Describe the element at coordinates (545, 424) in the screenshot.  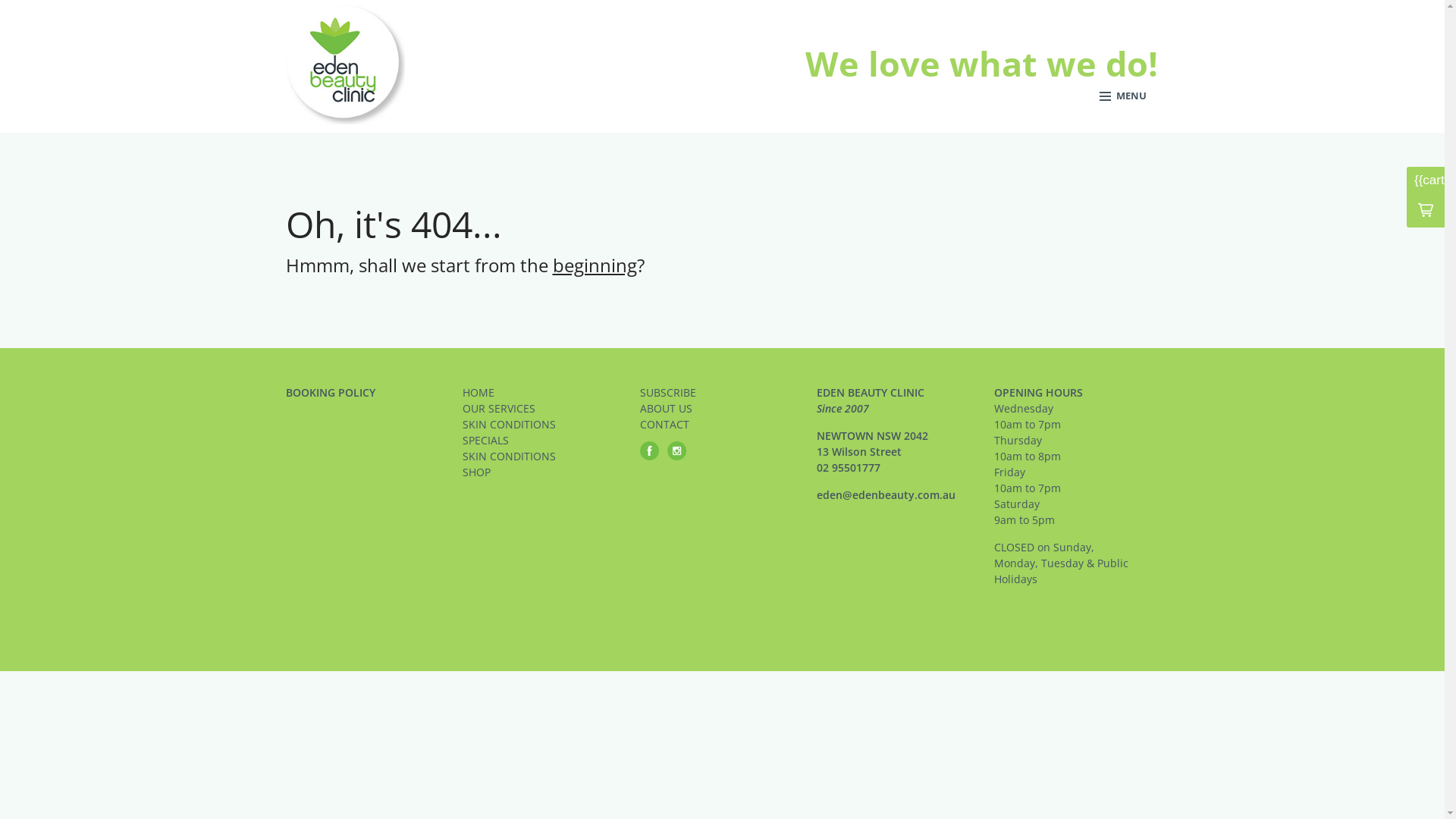
I see `'SKIN CONDITIONS'` at that location.